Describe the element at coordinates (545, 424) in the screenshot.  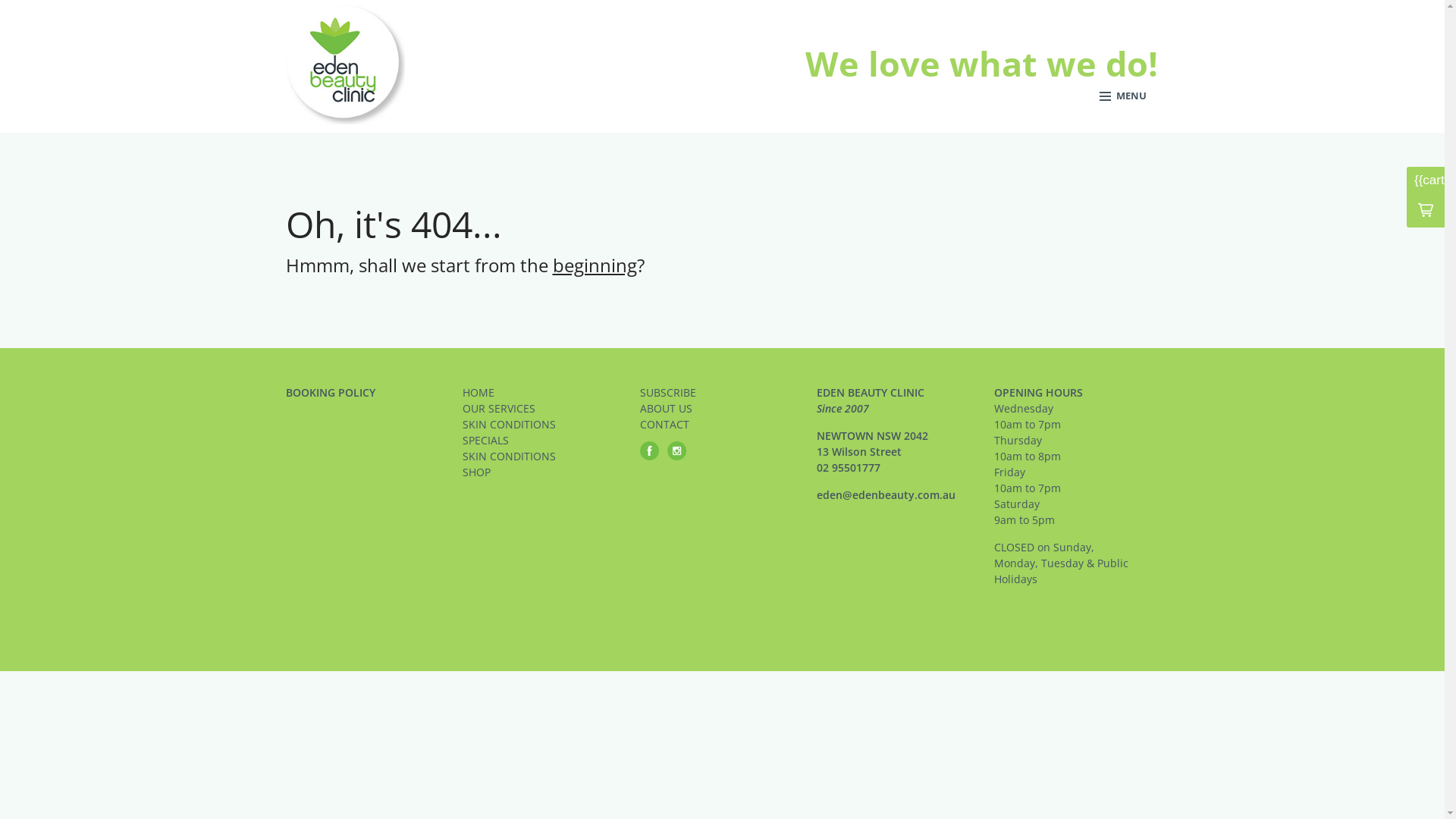
I see `'SKIN CONDITIONS'` at that location.